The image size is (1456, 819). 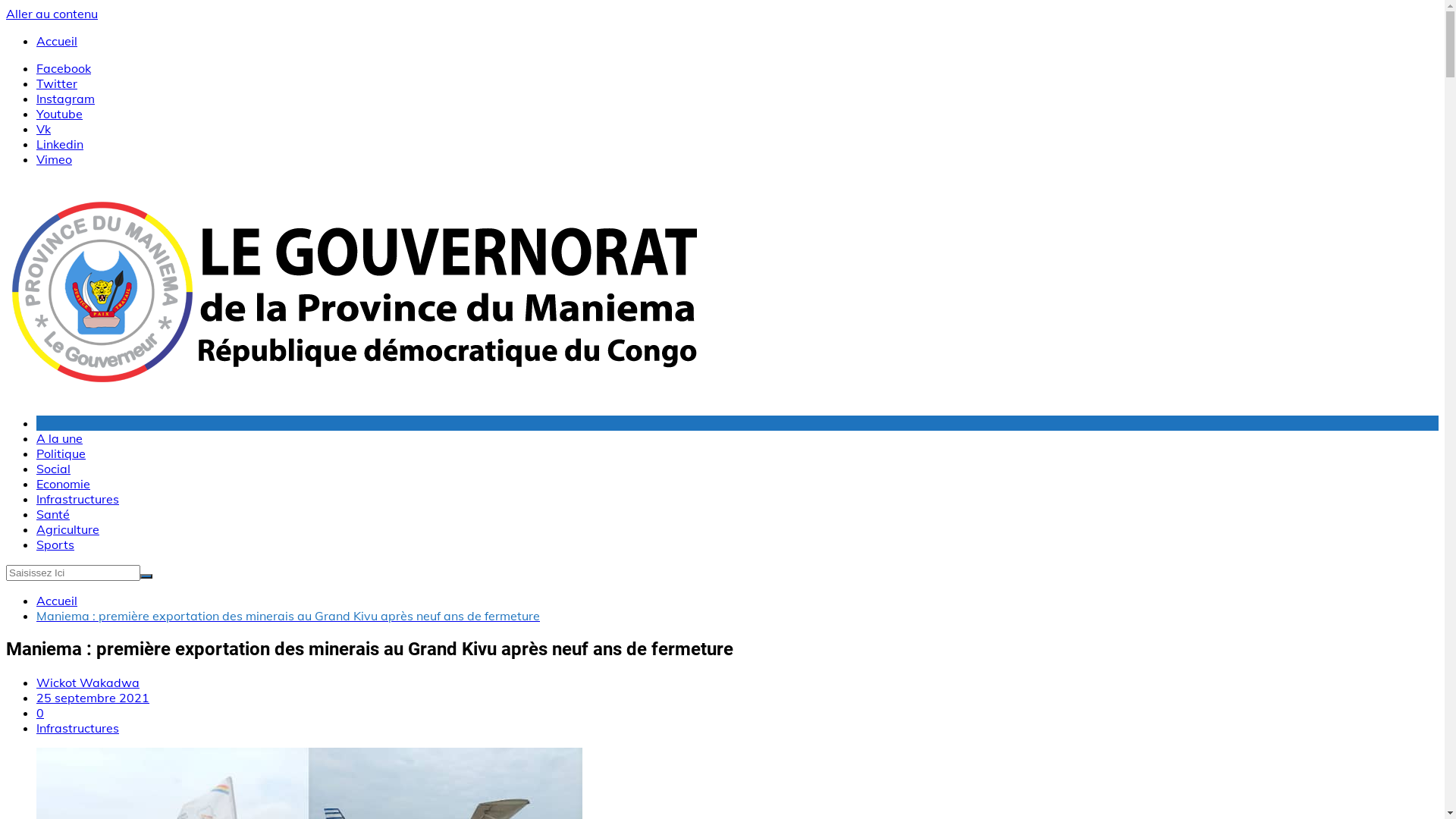 What do you see at coordinates (54, 158) in the screenshot?
I see `'Vimeo'` at bounding box center [54, 158].